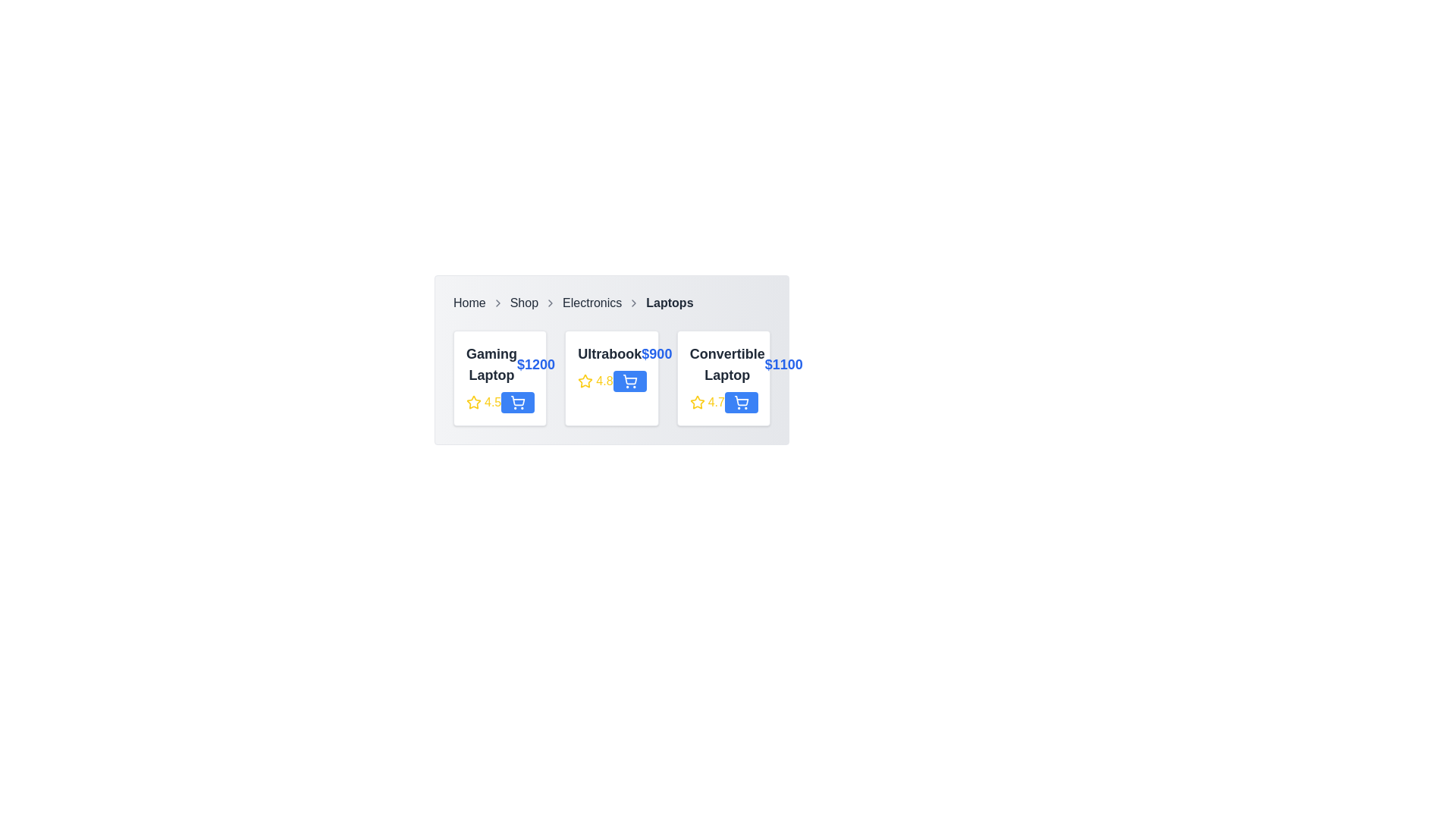 Image resolution: width=1456 pixels, height=819 pixels. What do you see at coordinates (585, 380) in the screenshot?
I see `the star-shaped icon with an outlined yellow appearance located next to the numeric rating '4.8' in the ultrabook section` at bounding box center [585, 380].